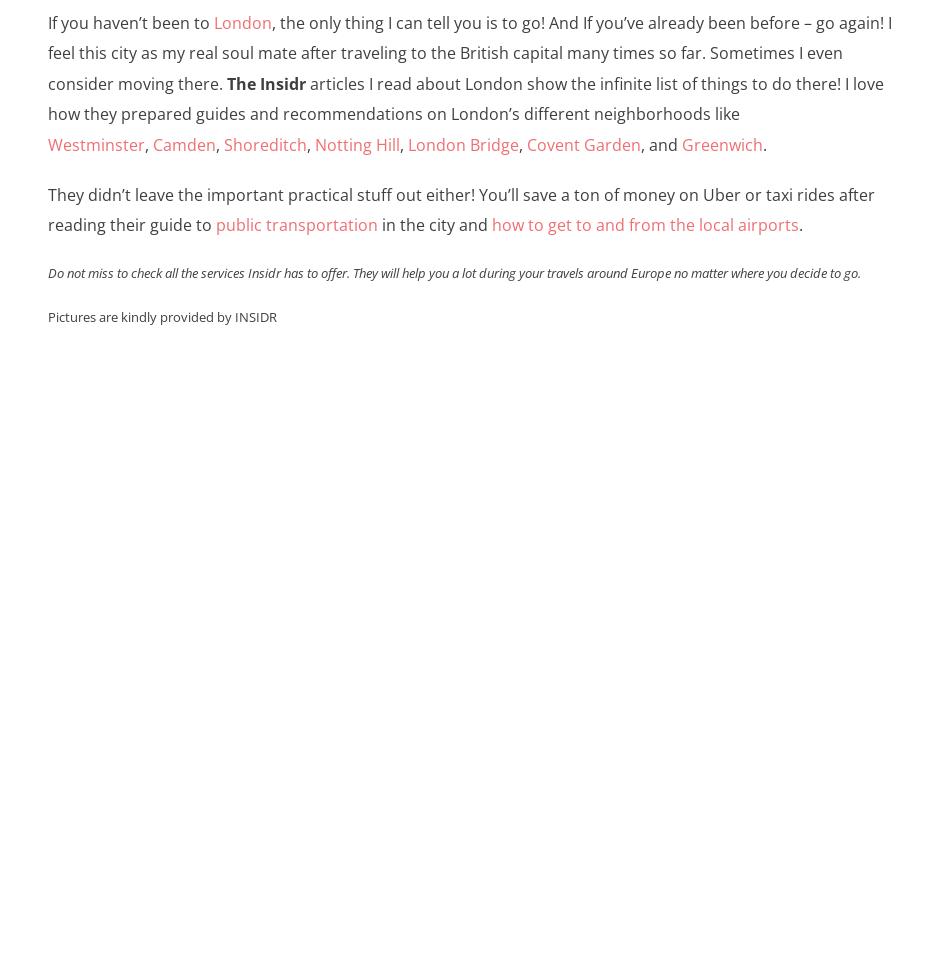  I want to click on 'Greenwich', so click(720, 143).